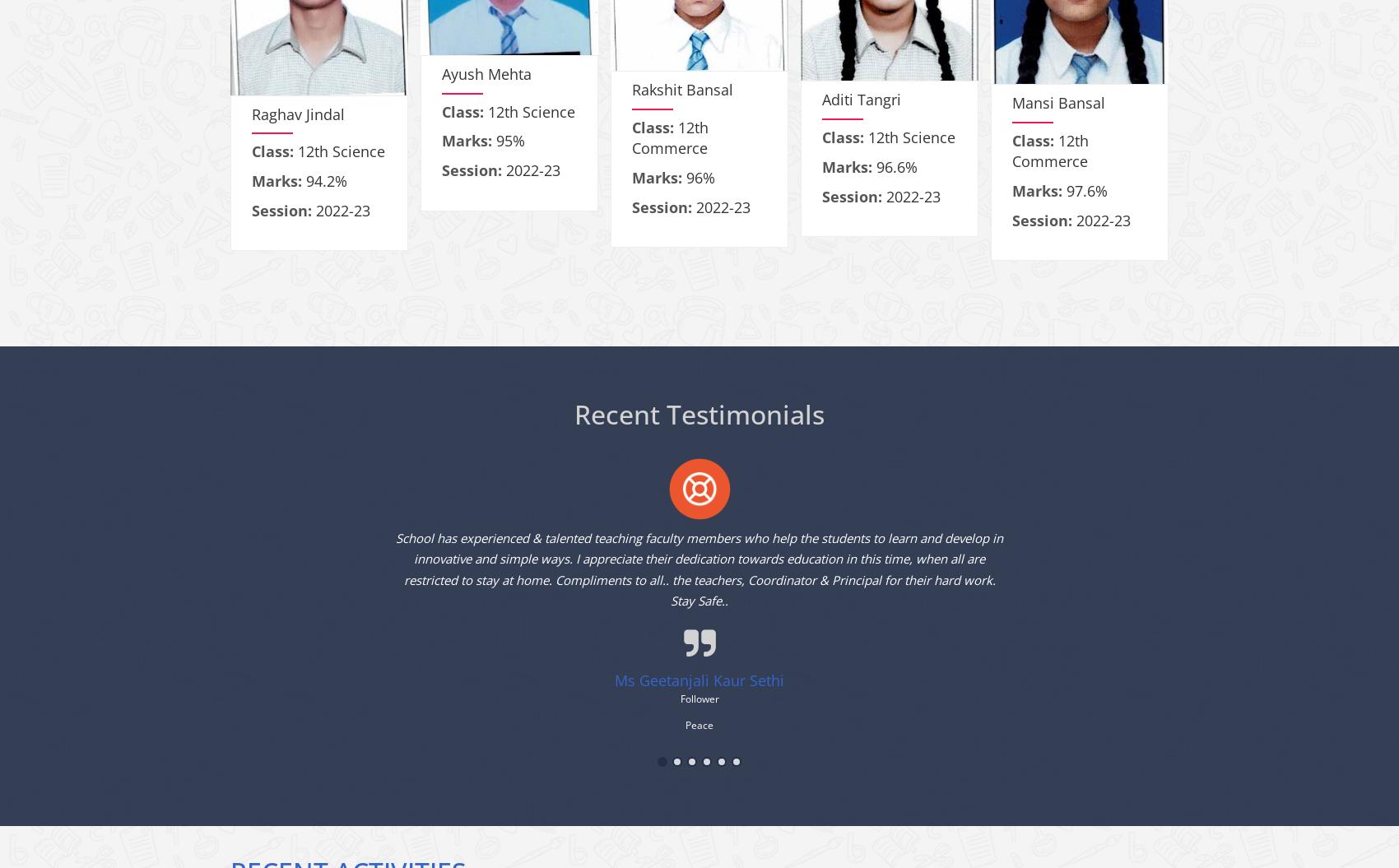  I want to click on '93.6%', so click(111, 230).